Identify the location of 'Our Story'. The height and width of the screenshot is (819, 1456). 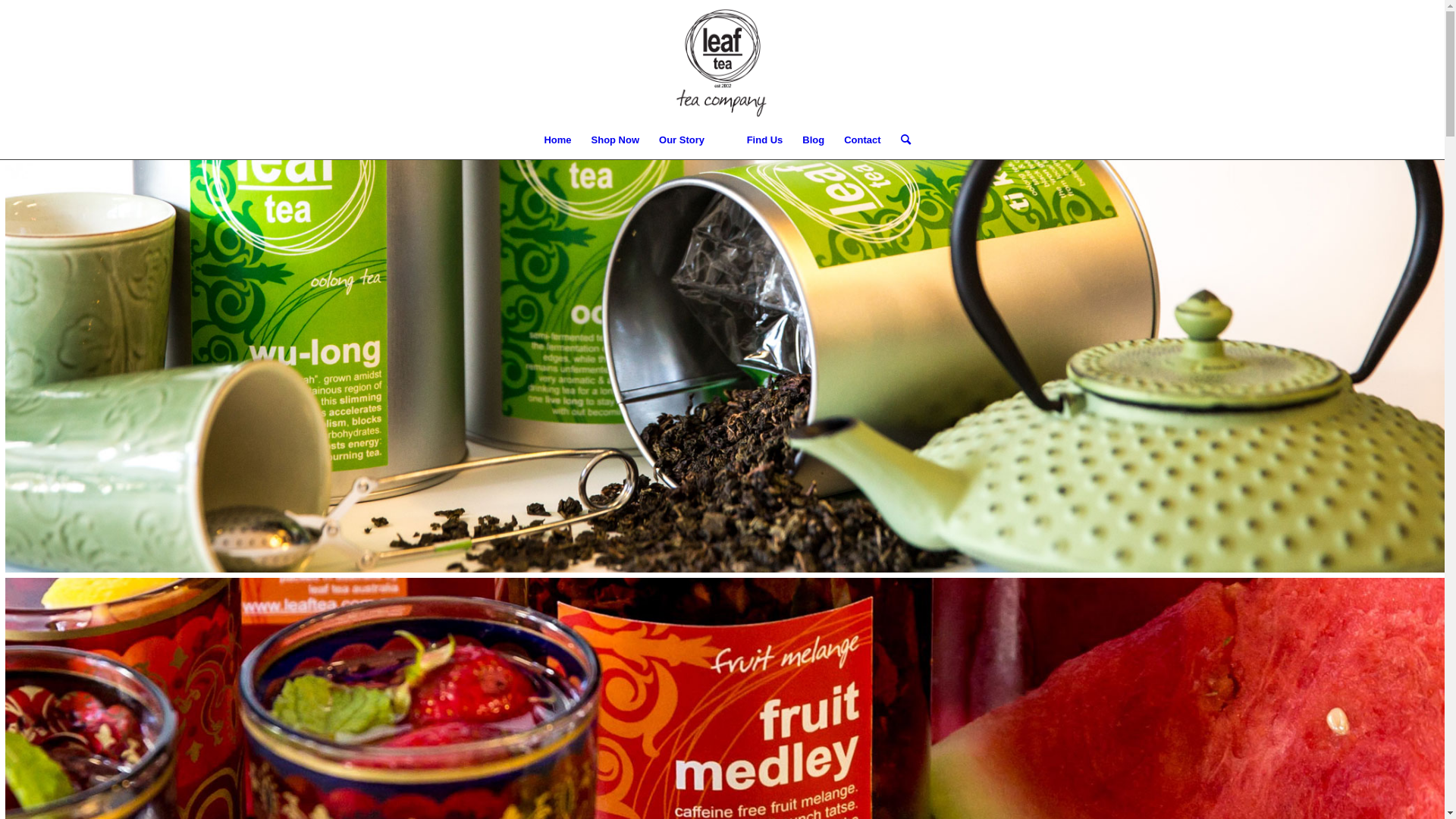
(680, 140).